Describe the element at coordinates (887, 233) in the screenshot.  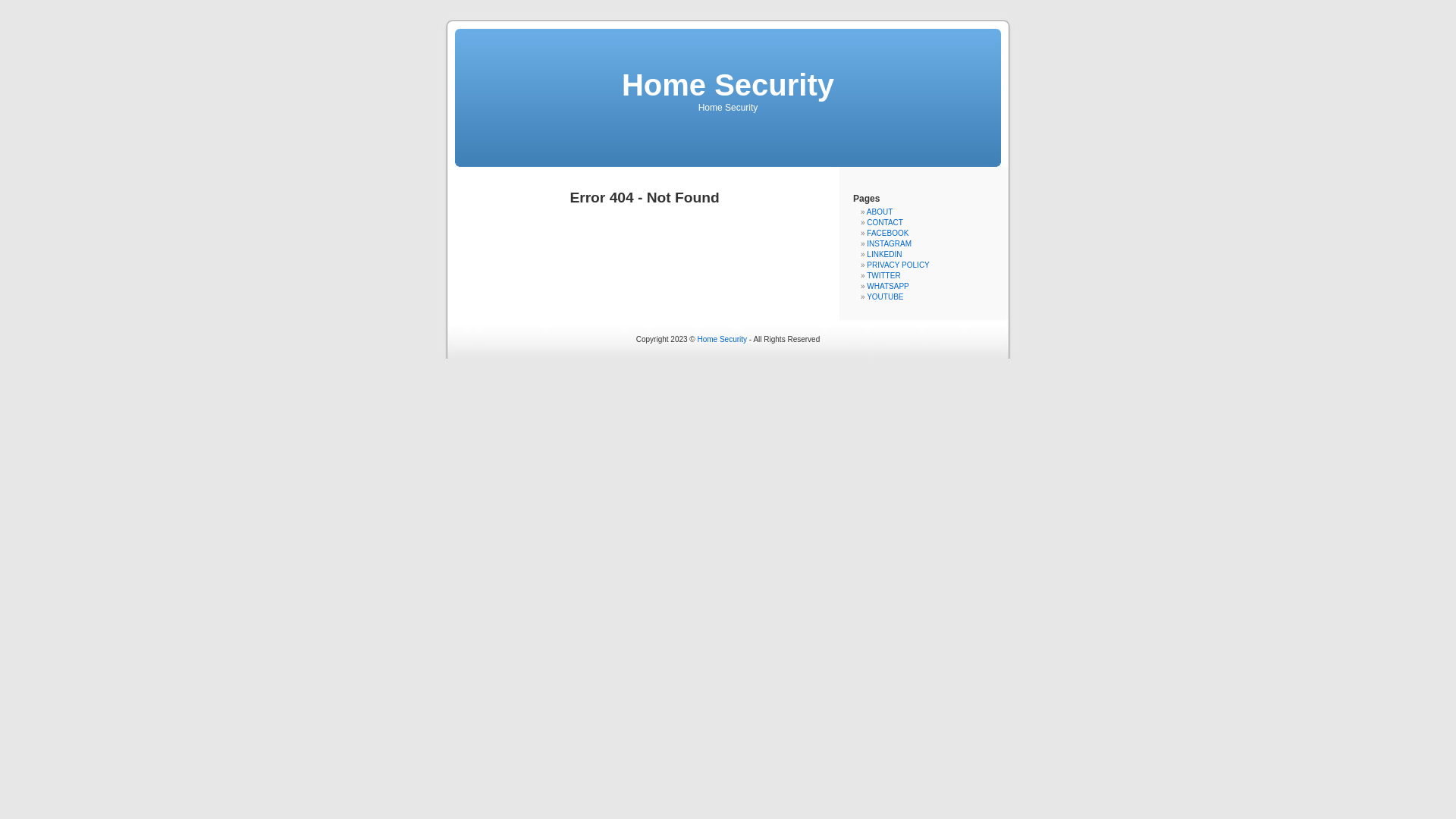
I see `'FACEBOOK'` at that location.